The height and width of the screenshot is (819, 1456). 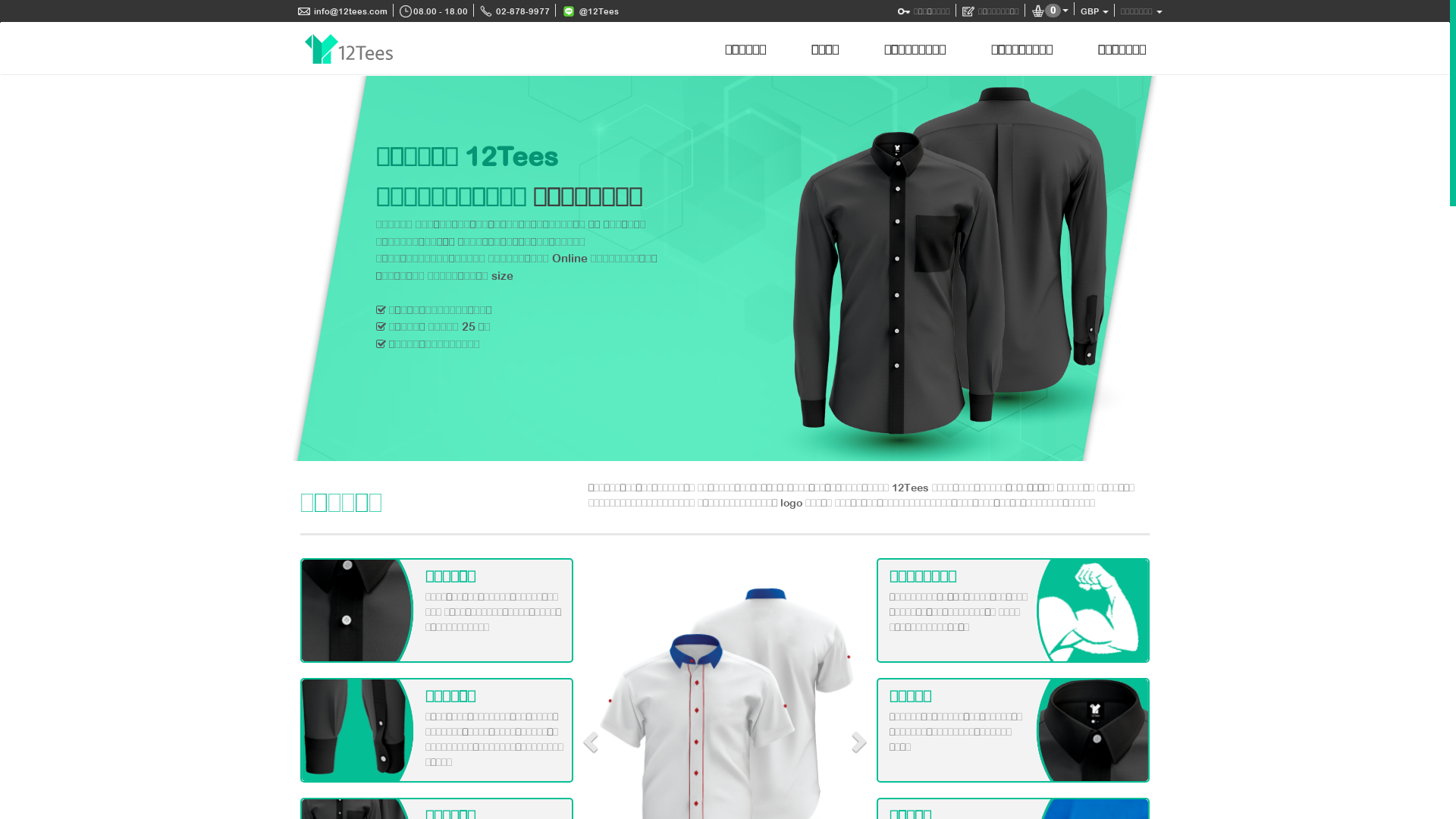 I want to click on 'Next', so click(x=1125, y=268).